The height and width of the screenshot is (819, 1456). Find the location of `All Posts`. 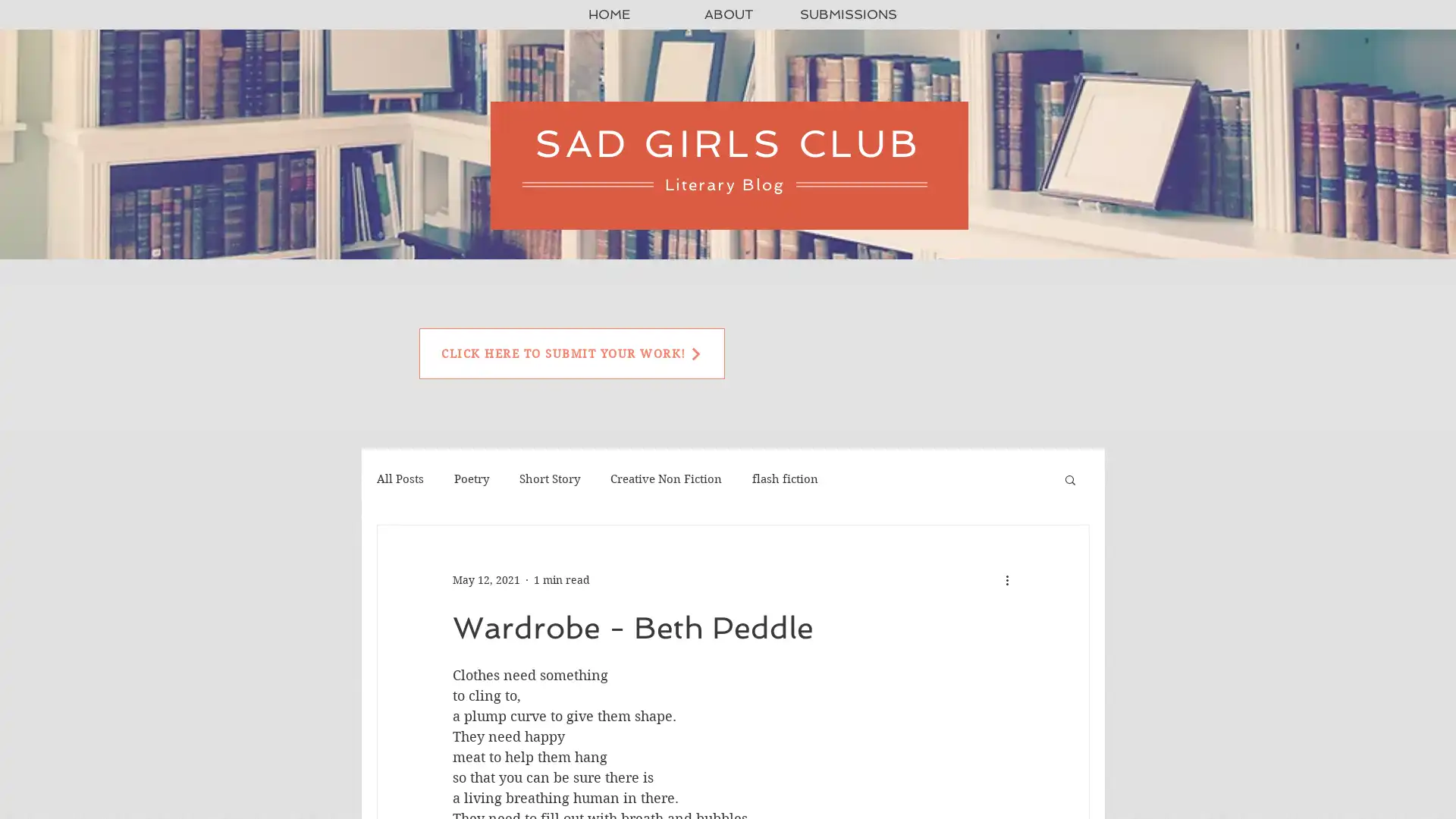

All Posts is located at coordinates (400, 479).